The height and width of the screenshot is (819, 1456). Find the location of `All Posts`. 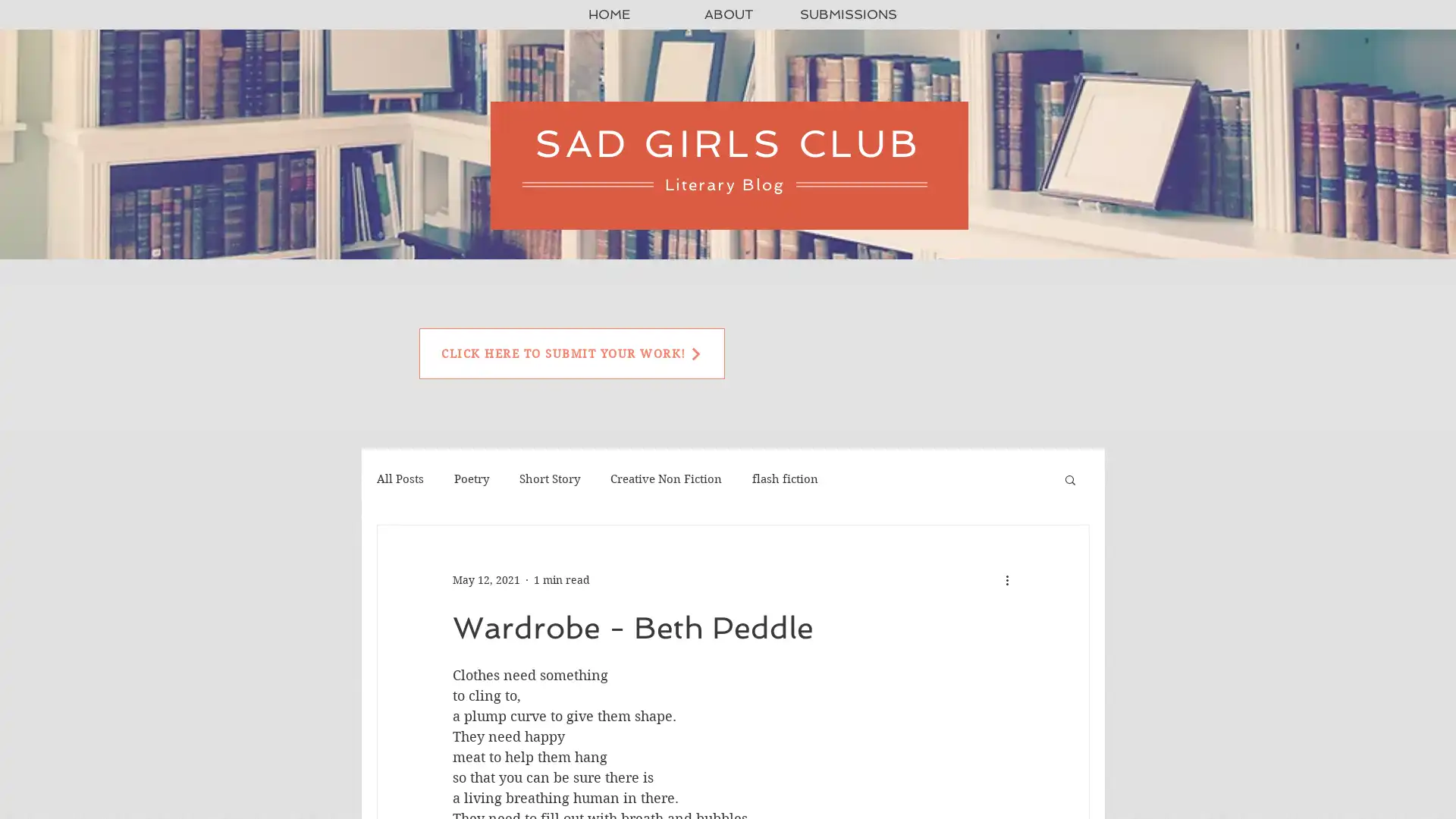

All Posts is located at coordinates (400, 479).